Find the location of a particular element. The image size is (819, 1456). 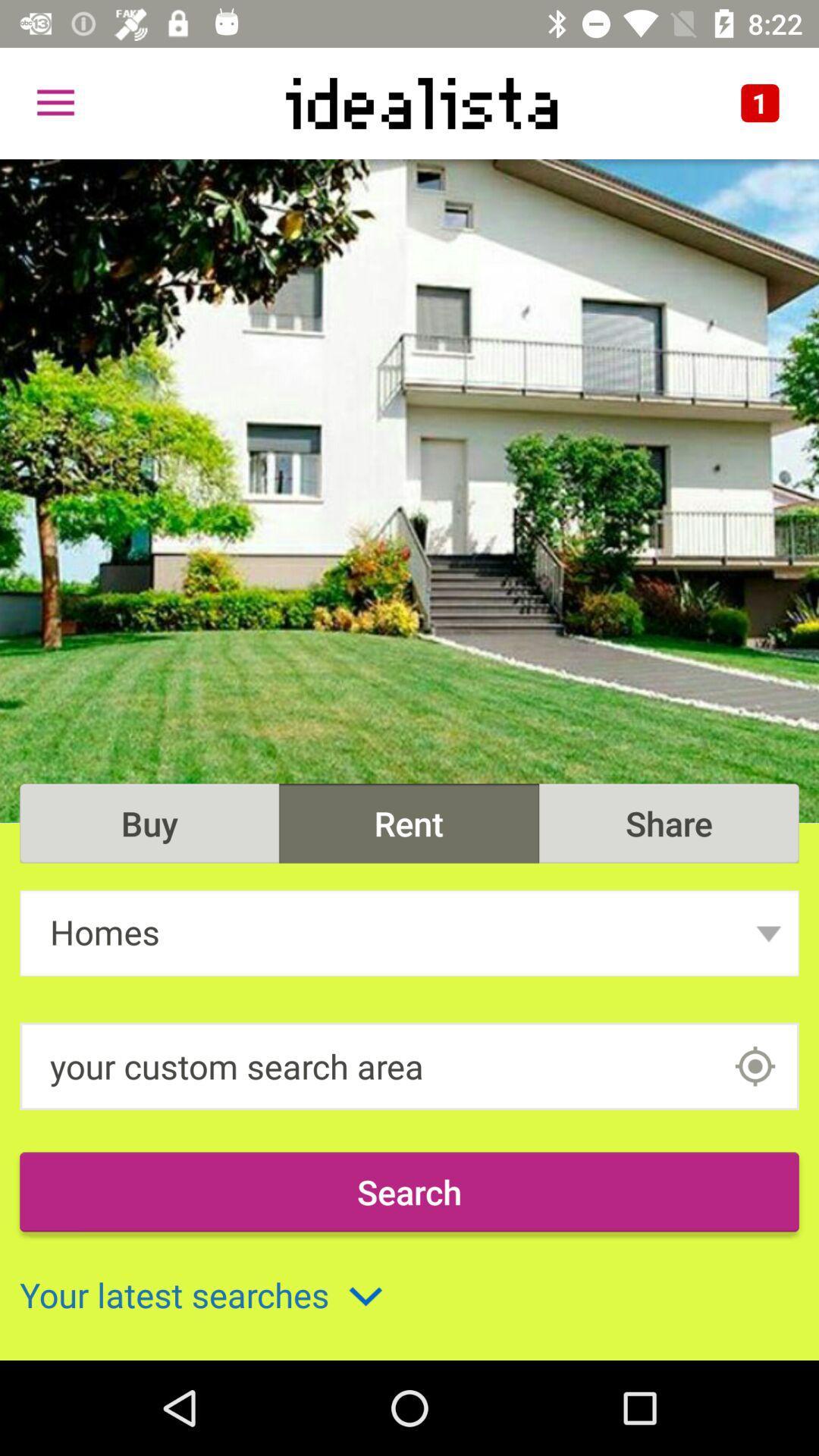

current location icon is located at coordinates (755, 1065).